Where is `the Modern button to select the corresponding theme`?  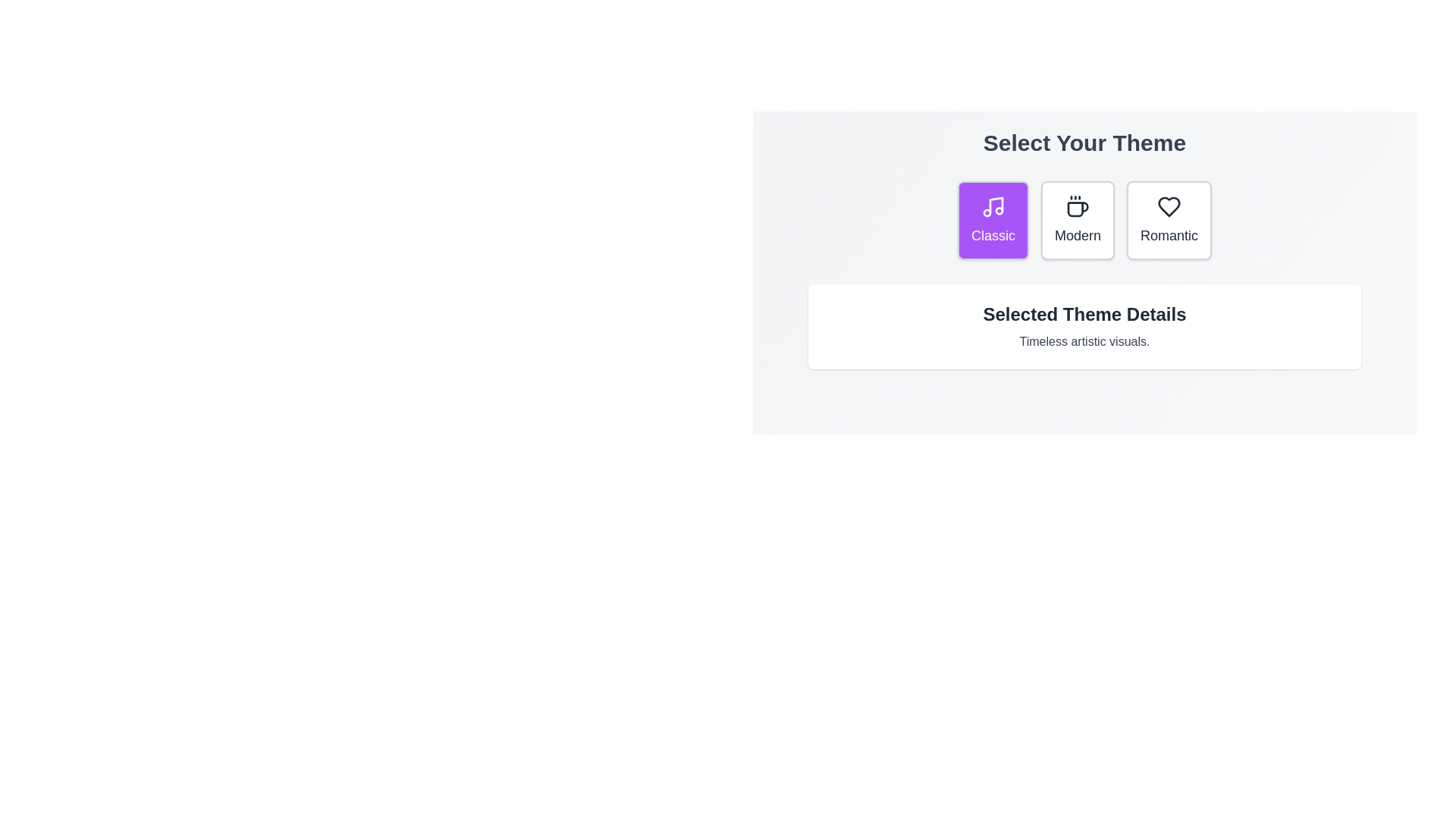 the Modern button to select the corresponding theme is located at coordinates (1077, 220).